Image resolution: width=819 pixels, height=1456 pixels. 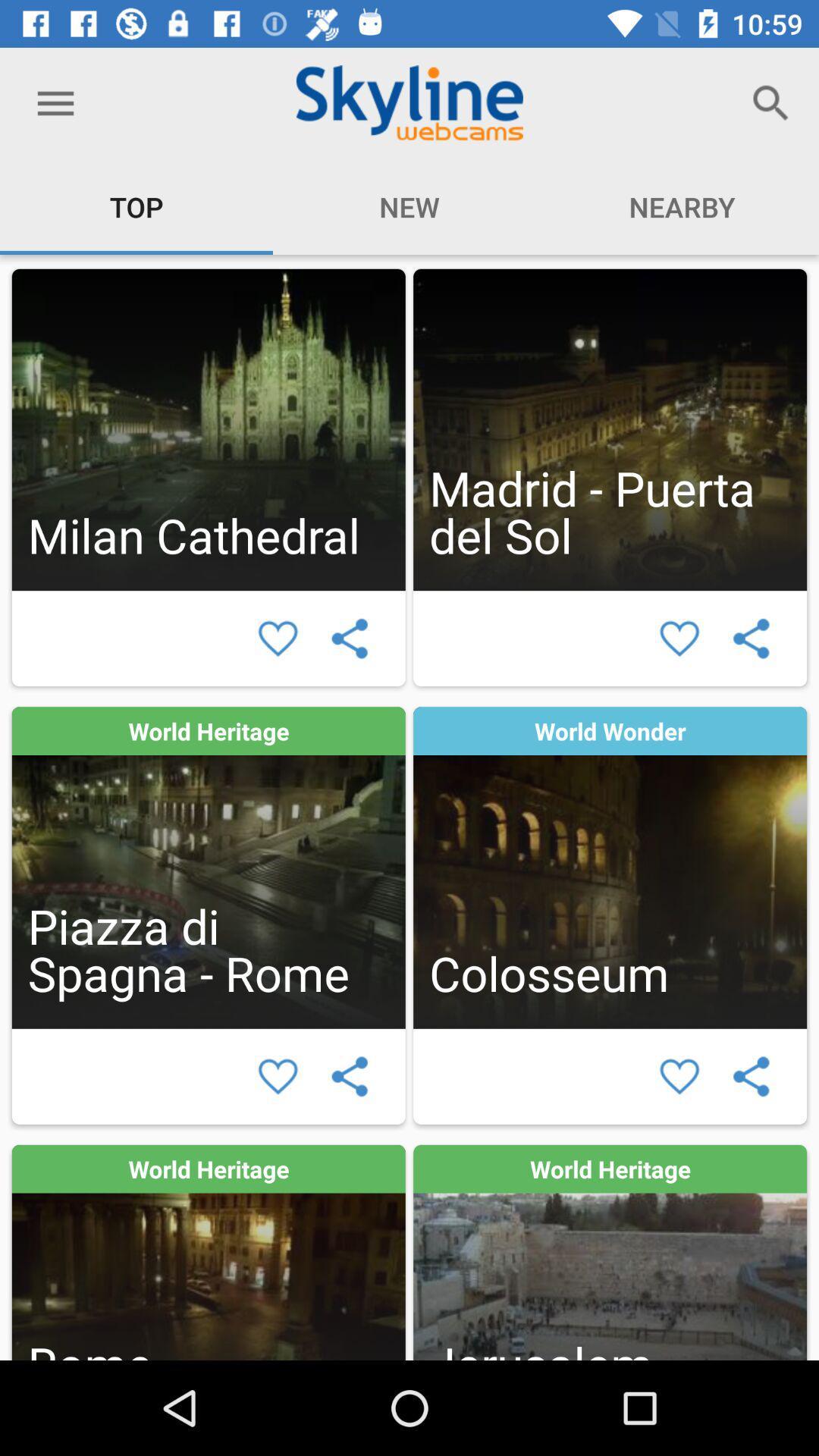 I want to click on webcam, so click(x=209, y=868).